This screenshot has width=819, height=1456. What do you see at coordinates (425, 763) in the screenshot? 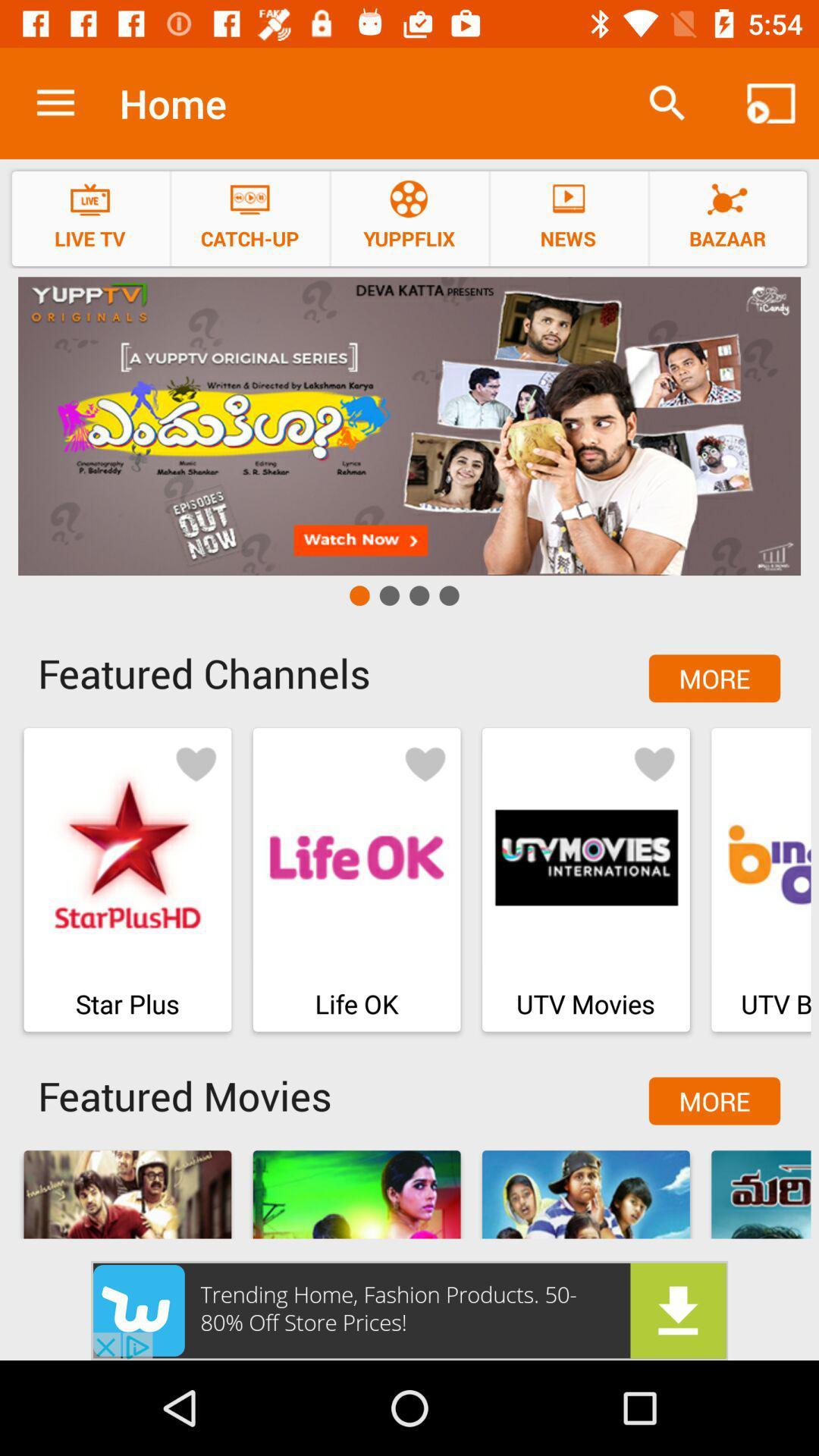
I see `like button` at bounding box center [425, 763].